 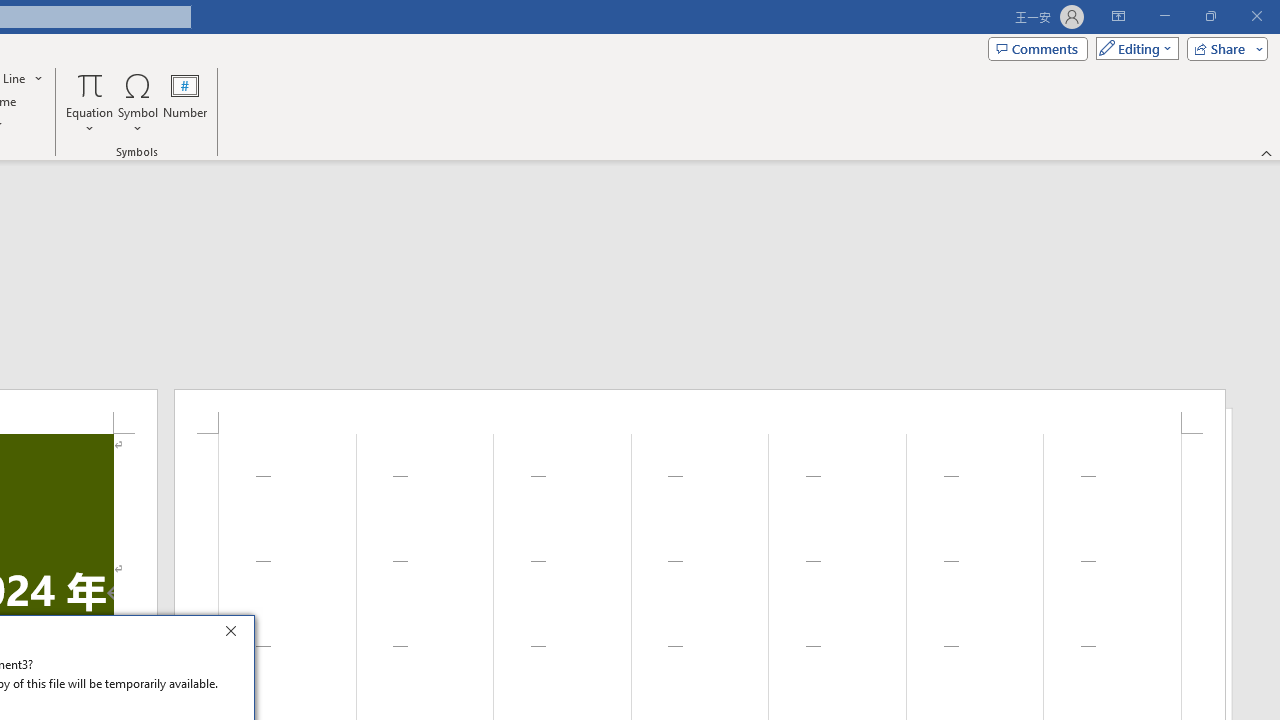 I want to click on 'Number...', so click(x=185, y=103).